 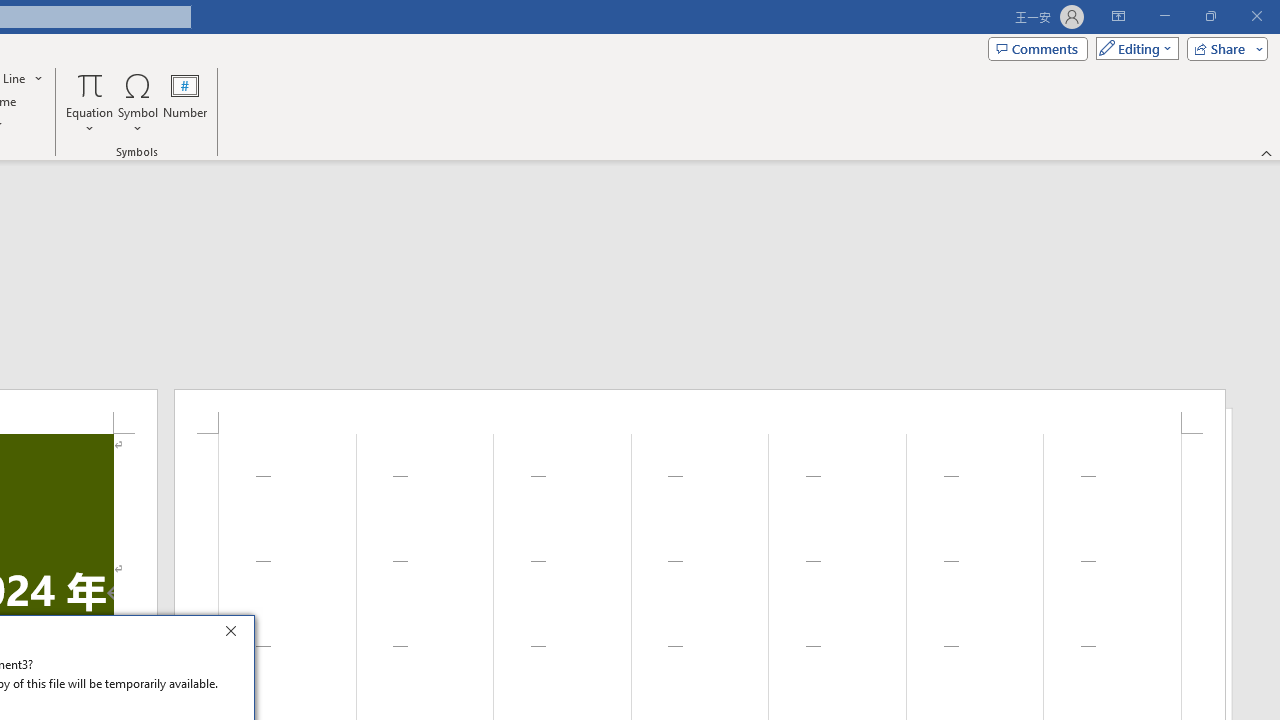 I want to click on 'Number...', so click(x=185, y=103).